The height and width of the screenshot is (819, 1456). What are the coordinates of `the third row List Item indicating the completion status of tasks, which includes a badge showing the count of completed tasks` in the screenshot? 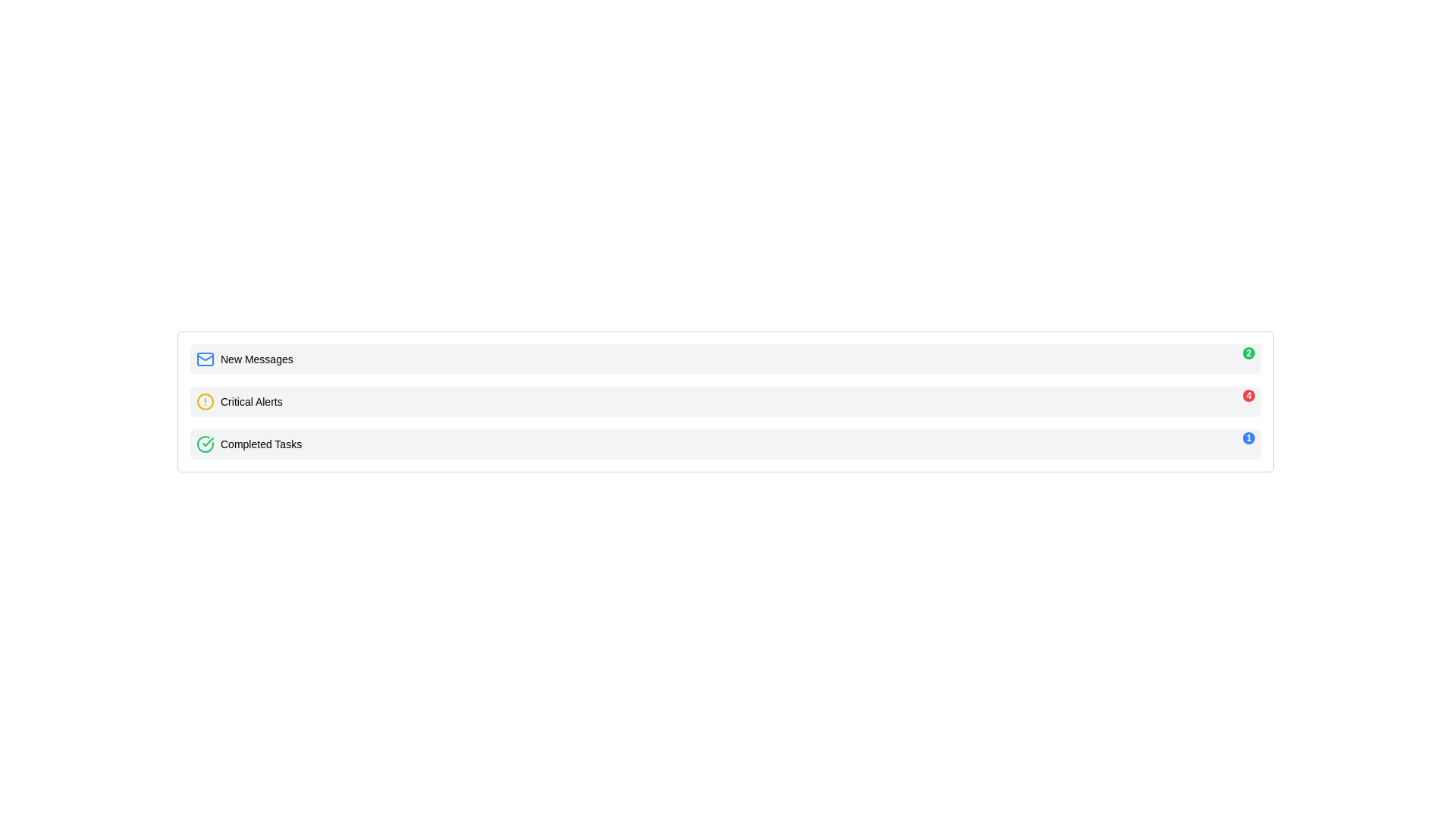 It's located at (724, 444).